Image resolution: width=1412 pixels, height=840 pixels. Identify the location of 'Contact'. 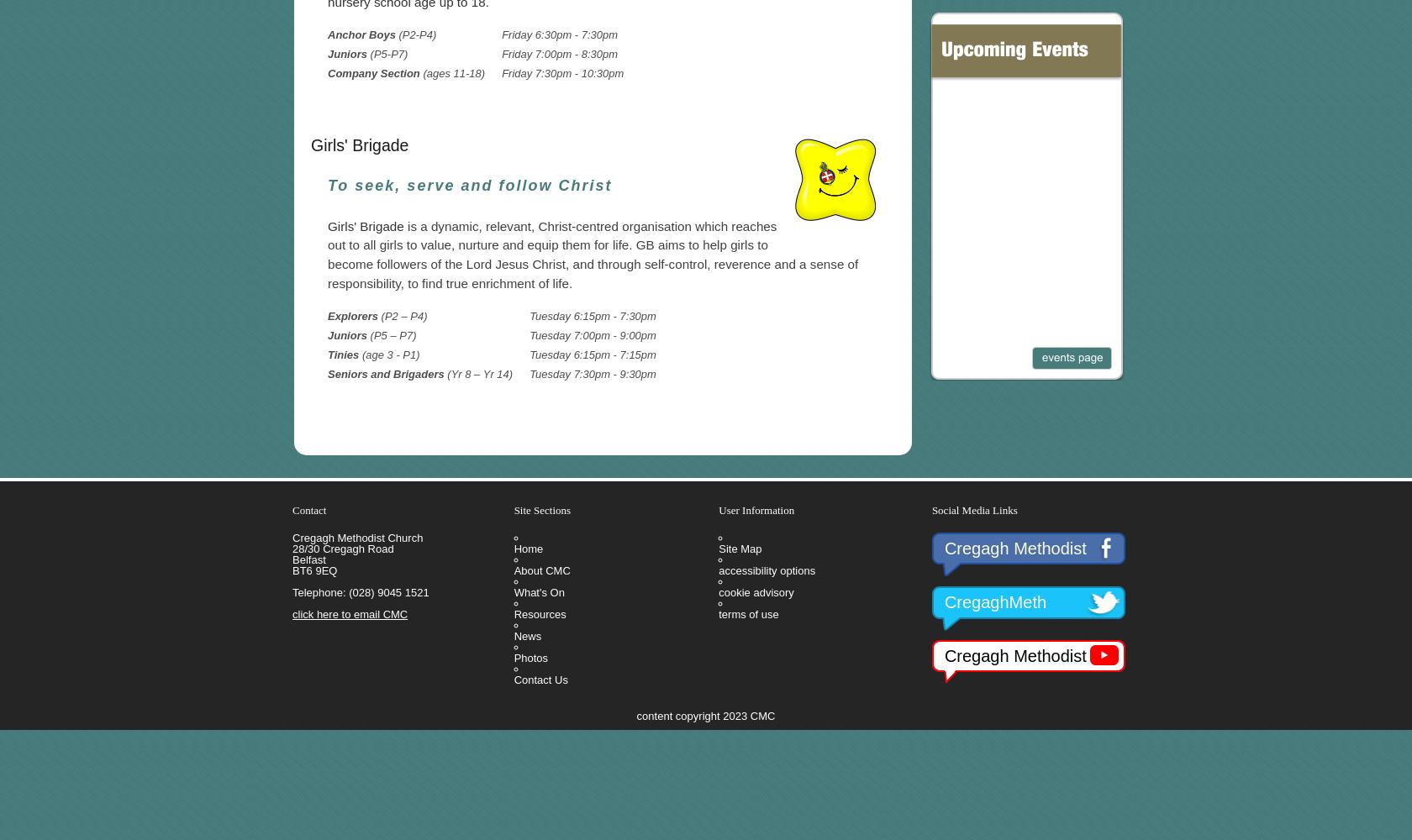
(308, 508).